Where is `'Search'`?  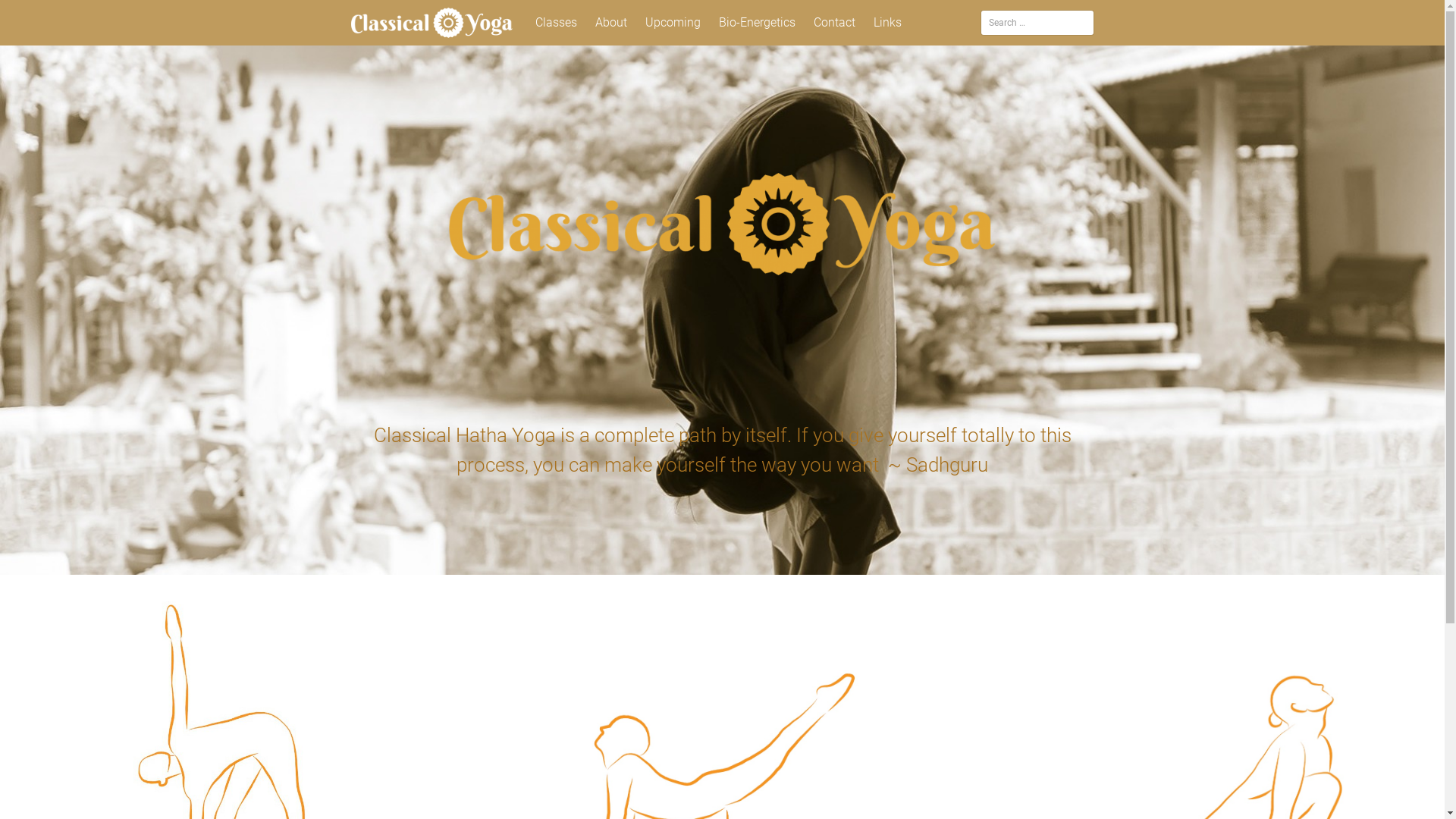 'Search' is located at coordinates (36, 15).